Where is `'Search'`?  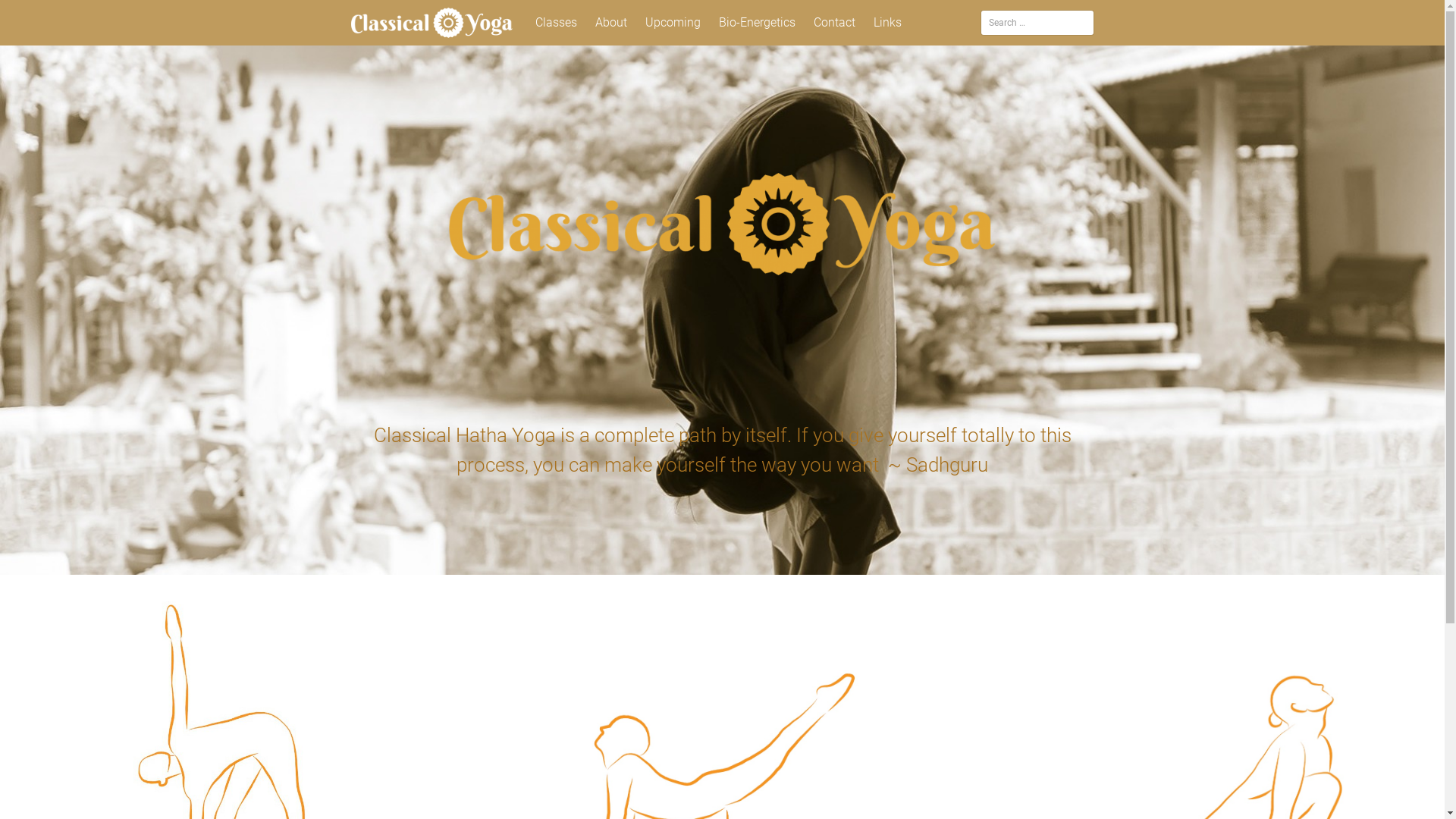 'Search' is located at coordinates (36, 15).